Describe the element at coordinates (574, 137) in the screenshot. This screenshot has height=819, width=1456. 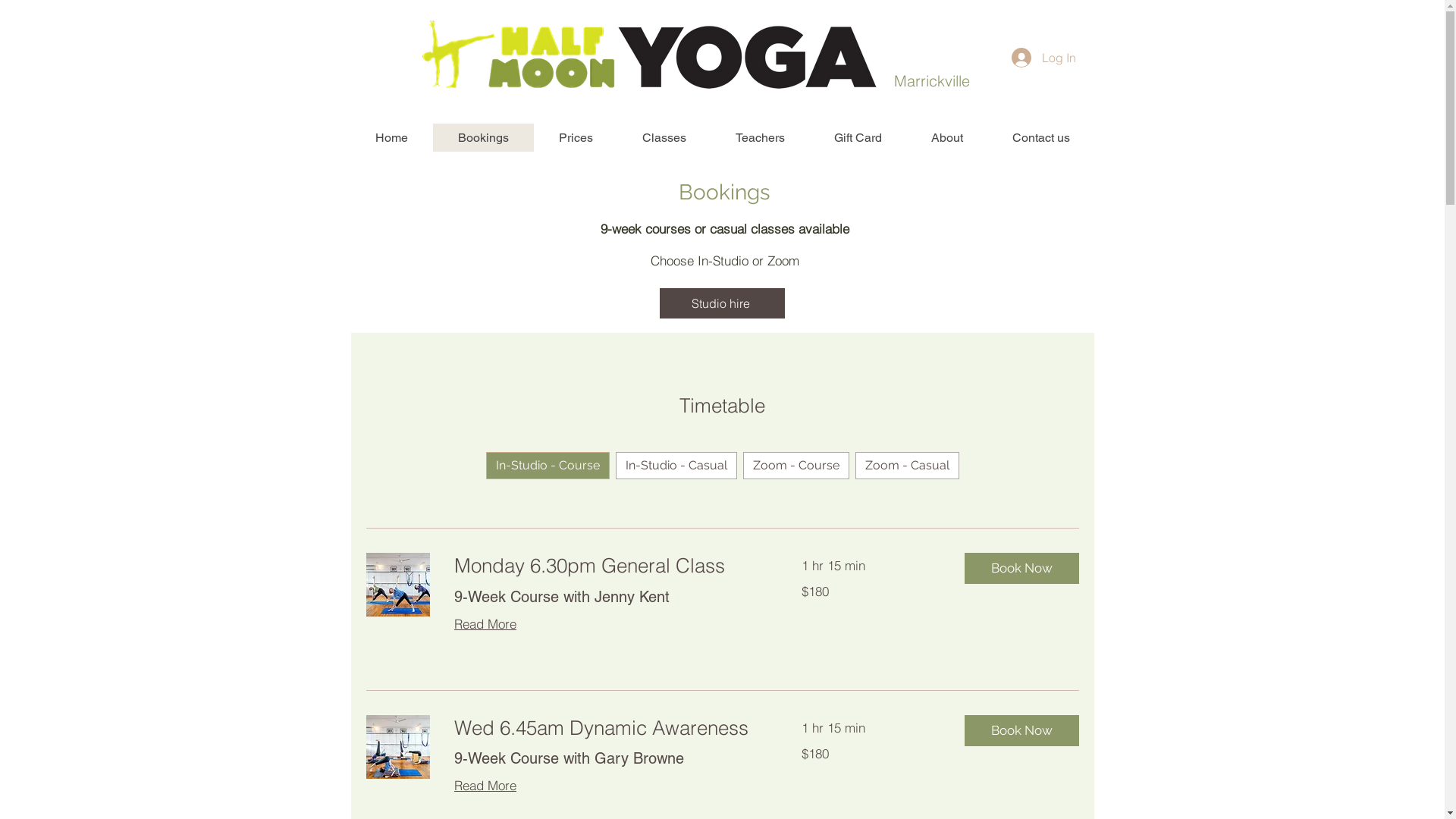
I see `'Prices'` at that location.